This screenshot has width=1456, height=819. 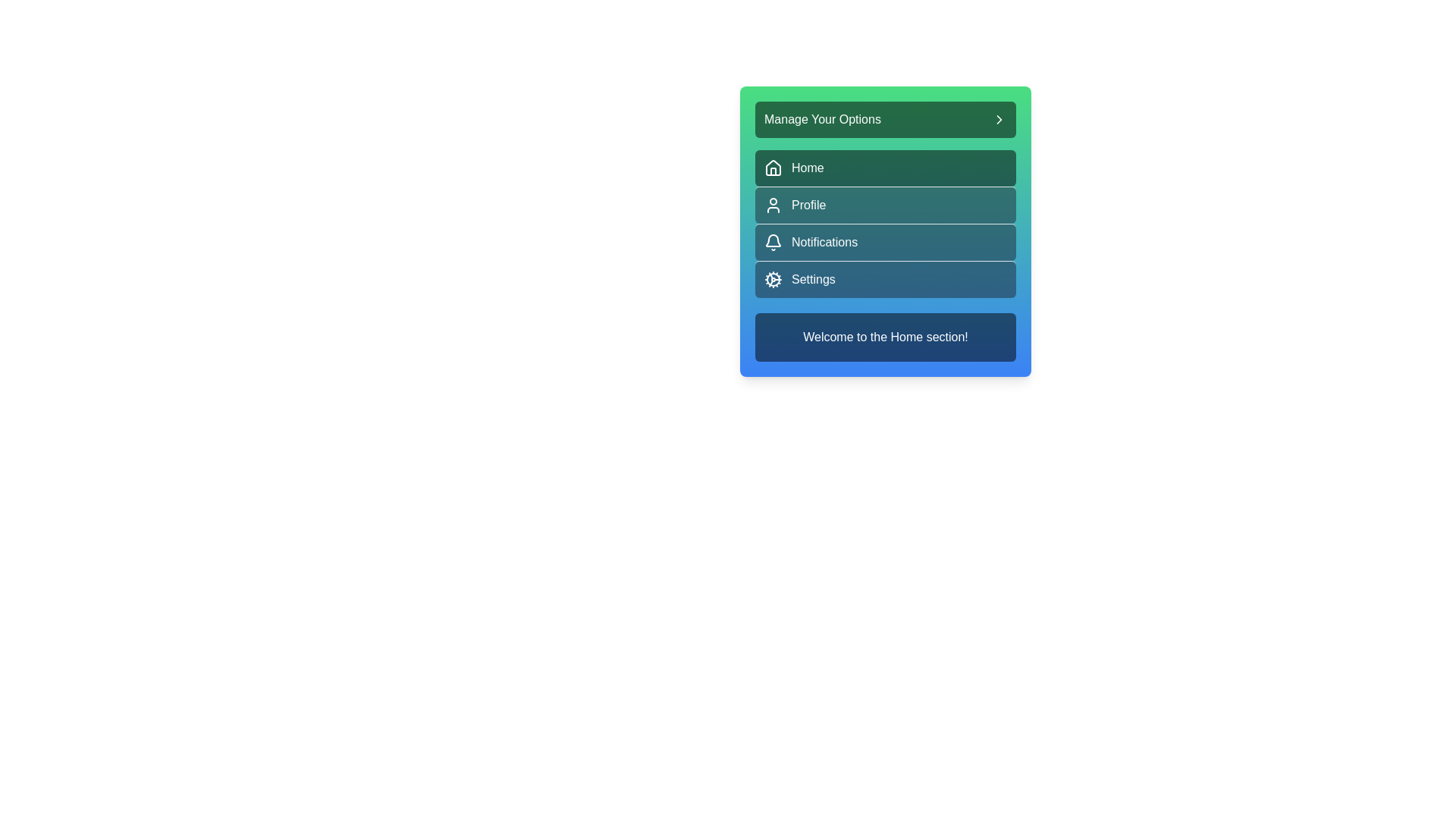 What do you see at coordinates (885, 241) in the screenshot?
I see `the notifications button, which is the third button in a vertical list located between the Profile and Settings buttons` at bounding box center [885, 241].